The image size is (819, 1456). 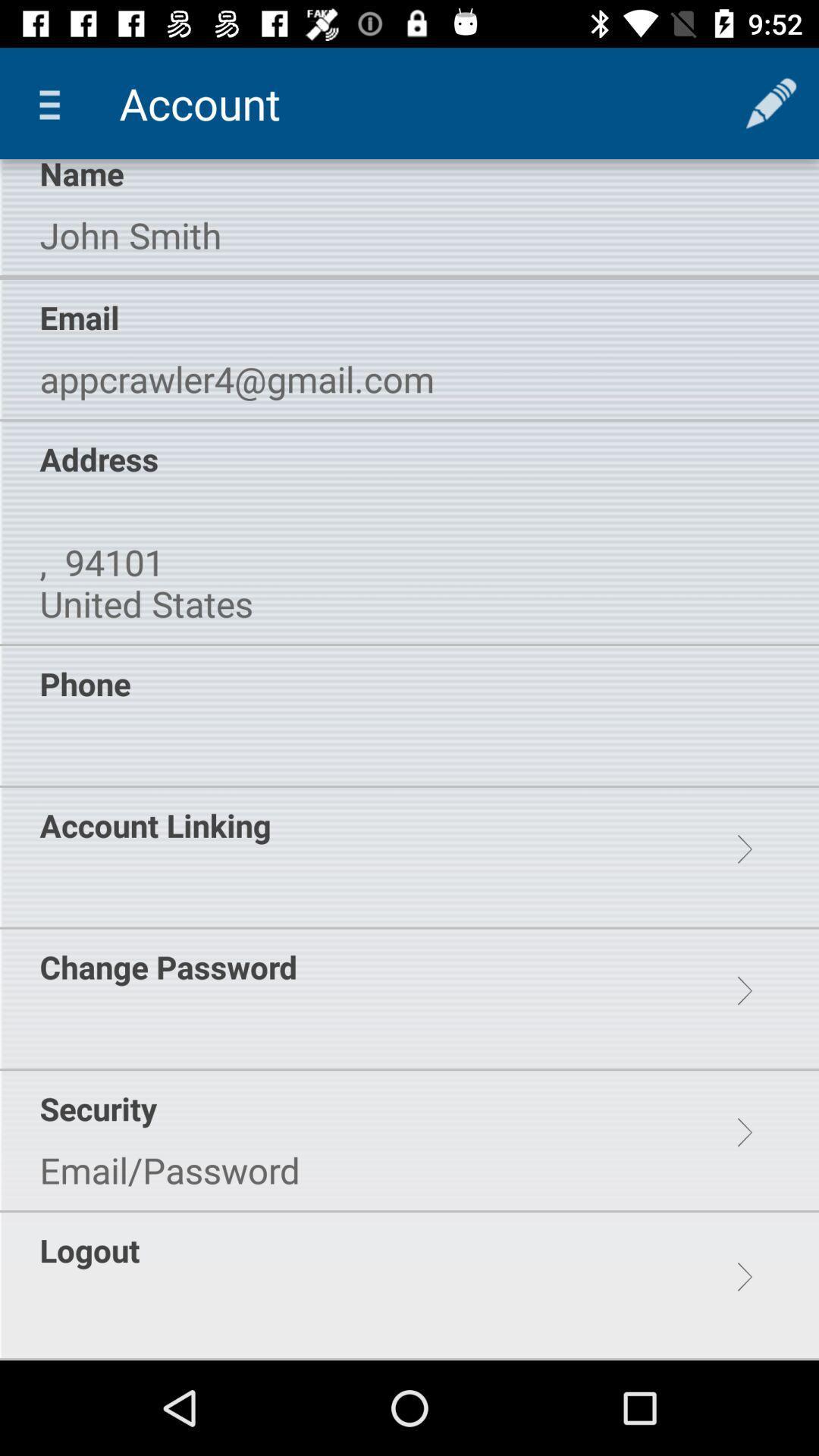 I want to click on the icon next to account item, so click(x=55, y=102).